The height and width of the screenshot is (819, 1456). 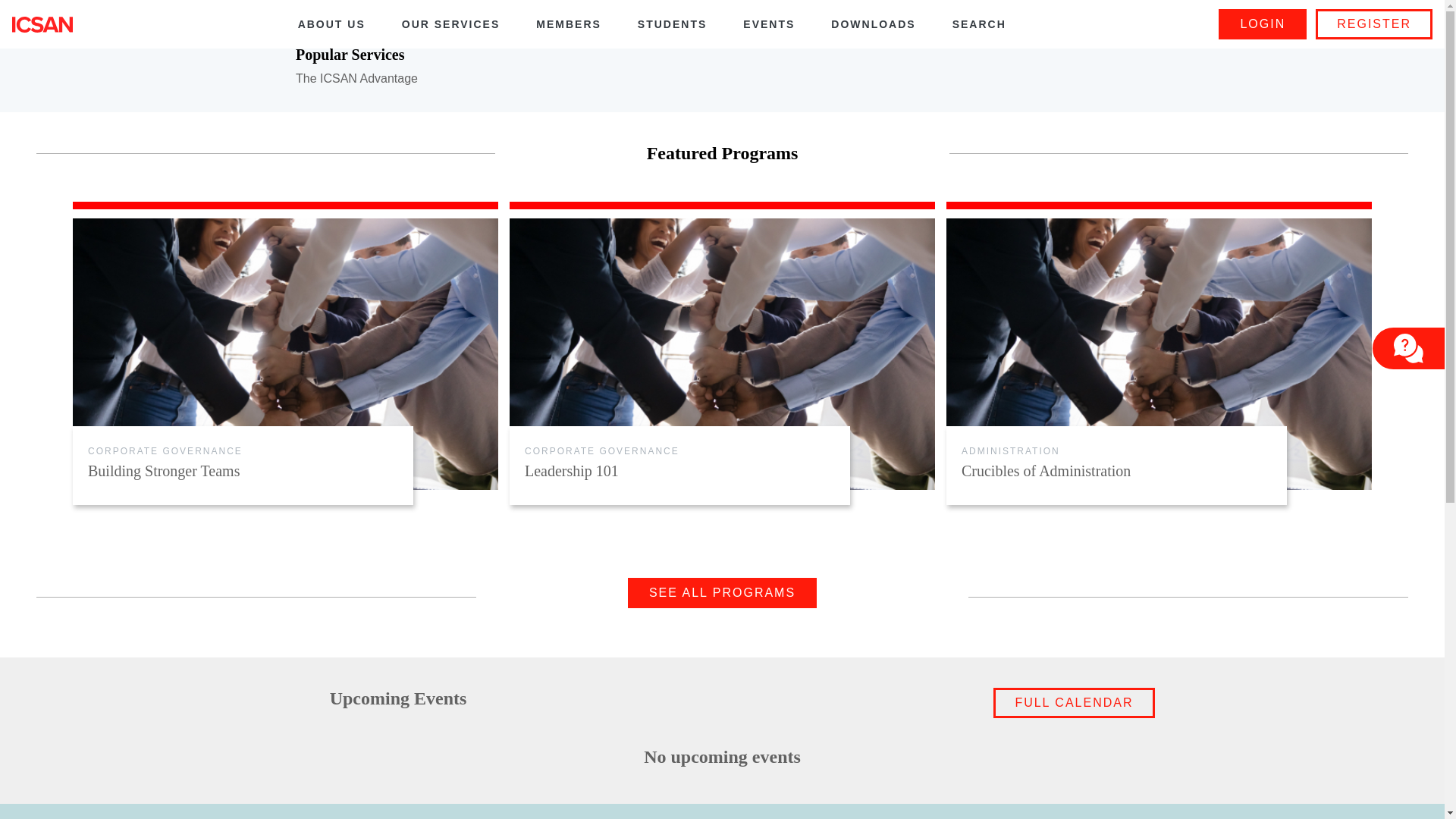 I want to click on 'EVENTS', so click(x=768, y=24).